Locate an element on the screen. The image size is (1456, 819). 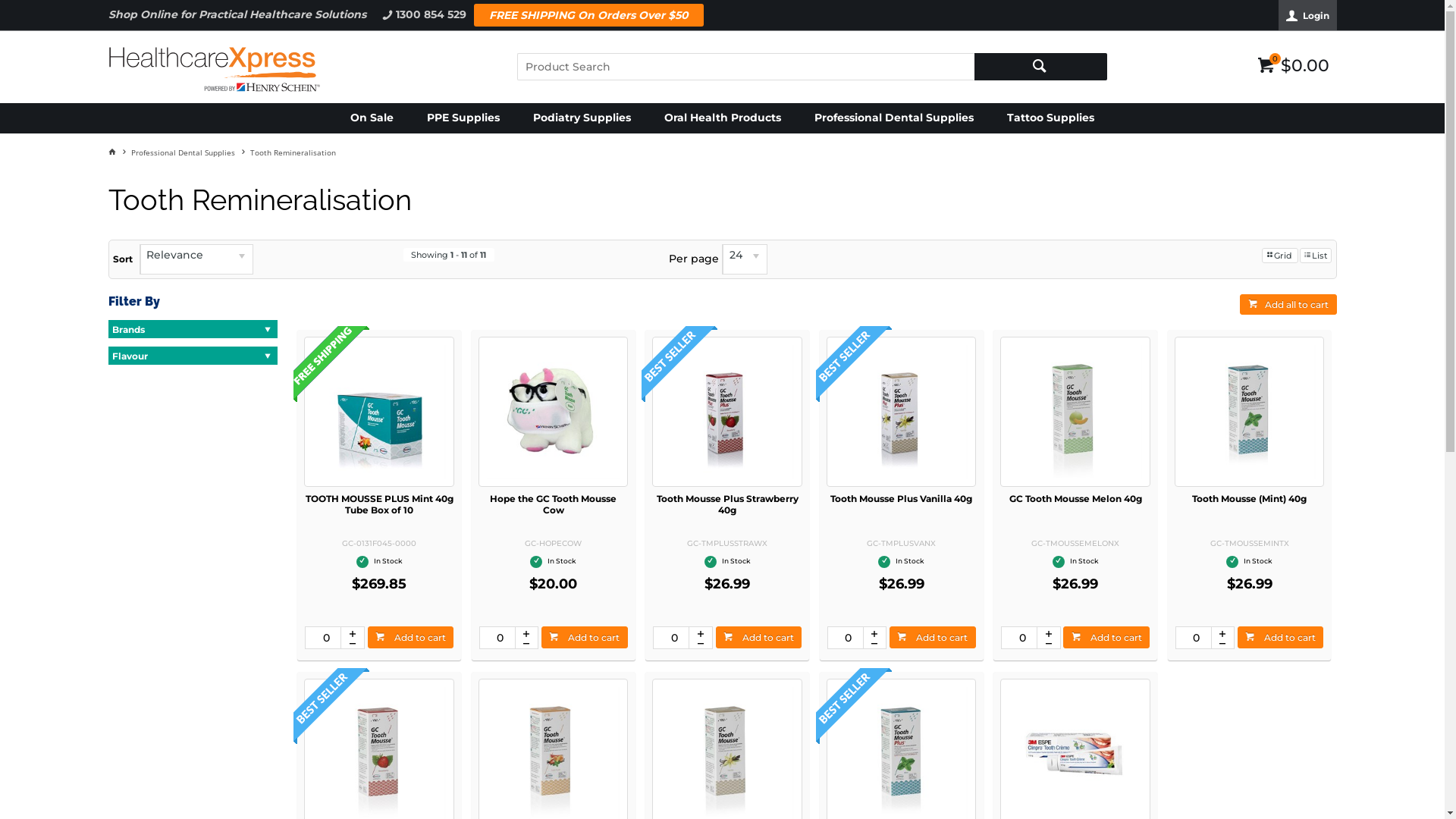
'Podiatry Supplies' is located at coordinates (581, 117).